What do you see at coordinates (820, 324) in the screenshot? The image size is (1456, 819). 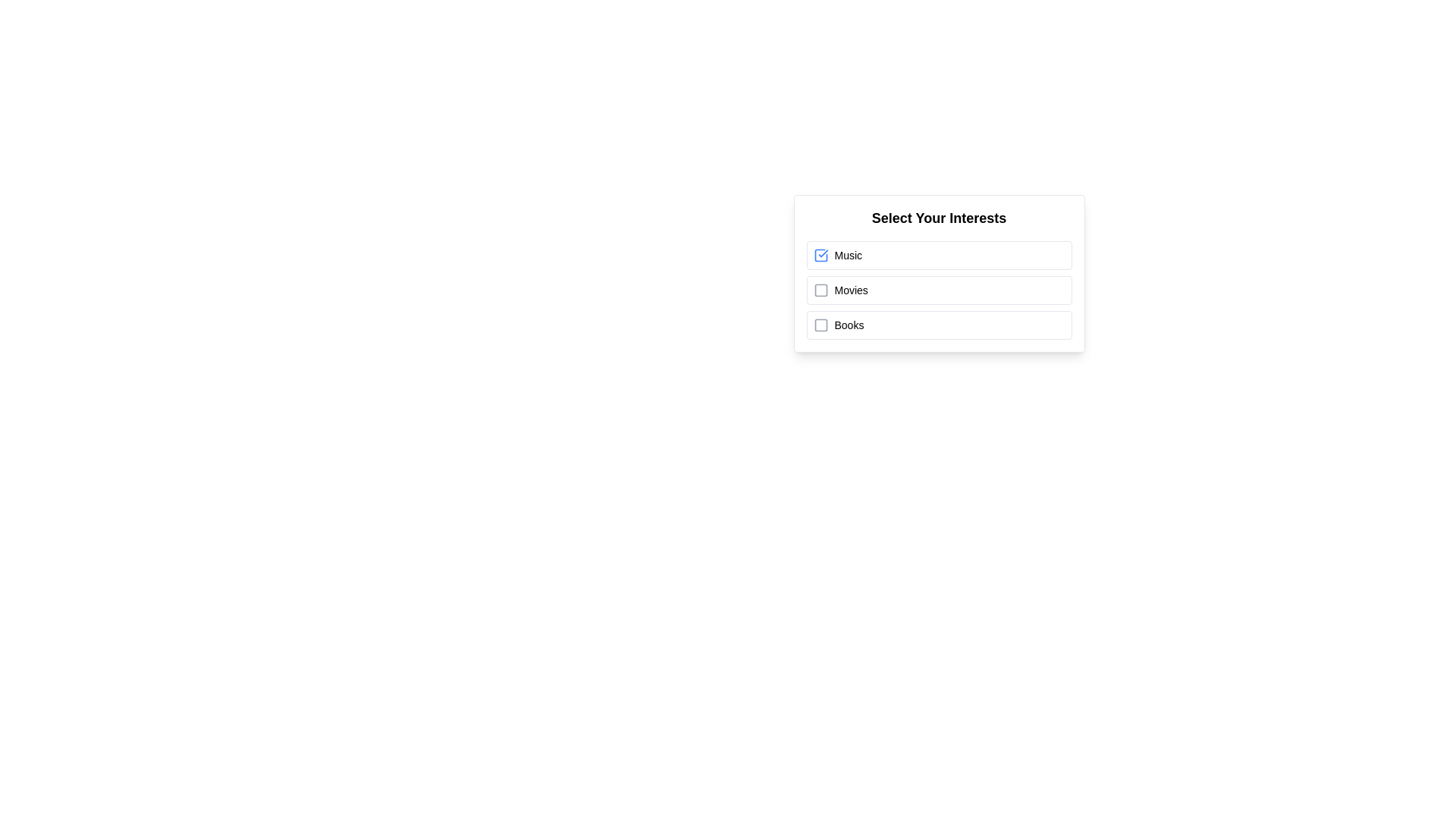 I see `the checkbox element for 'Books'` at bounding box center [820, 324].